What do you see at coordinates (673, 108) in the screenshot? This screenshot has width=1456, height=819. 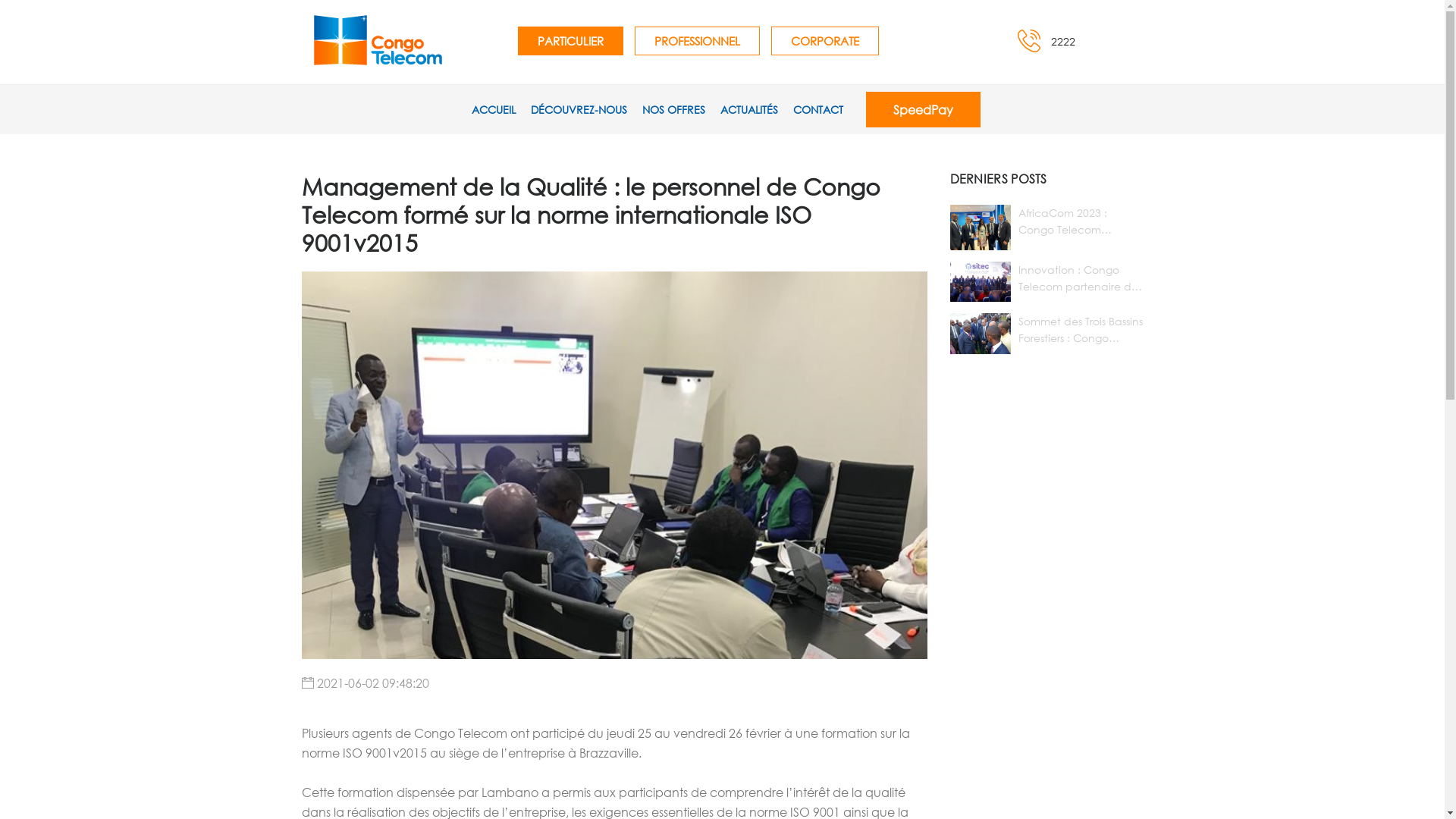 I see `'NOS OFFRES'` at bounding box center [673, 108].